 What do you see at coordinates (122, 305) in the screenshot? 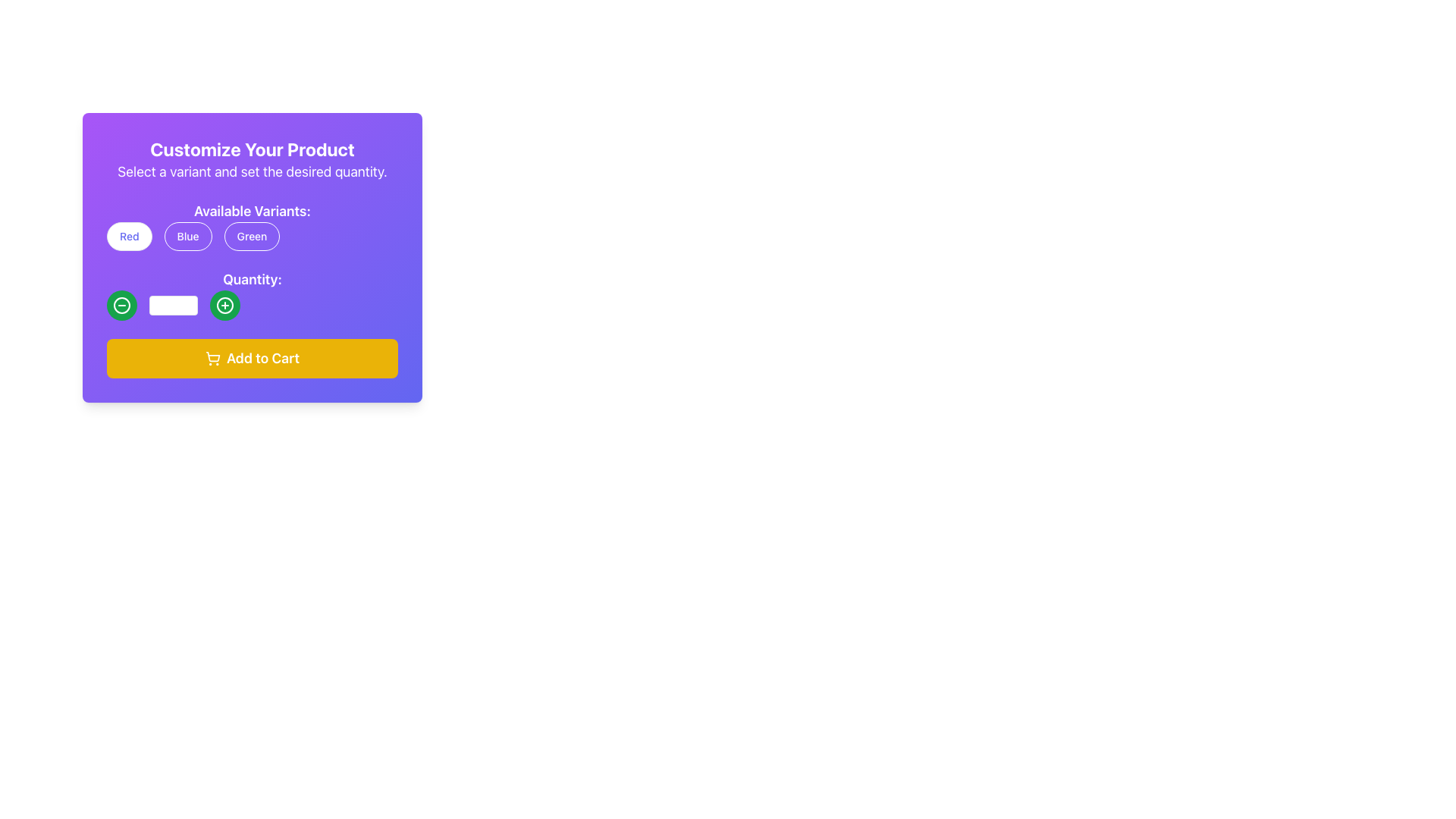
I see `the first circular green button with a minus sign icon, located to the left of the numeric input field` at bounding box center [122, 305].